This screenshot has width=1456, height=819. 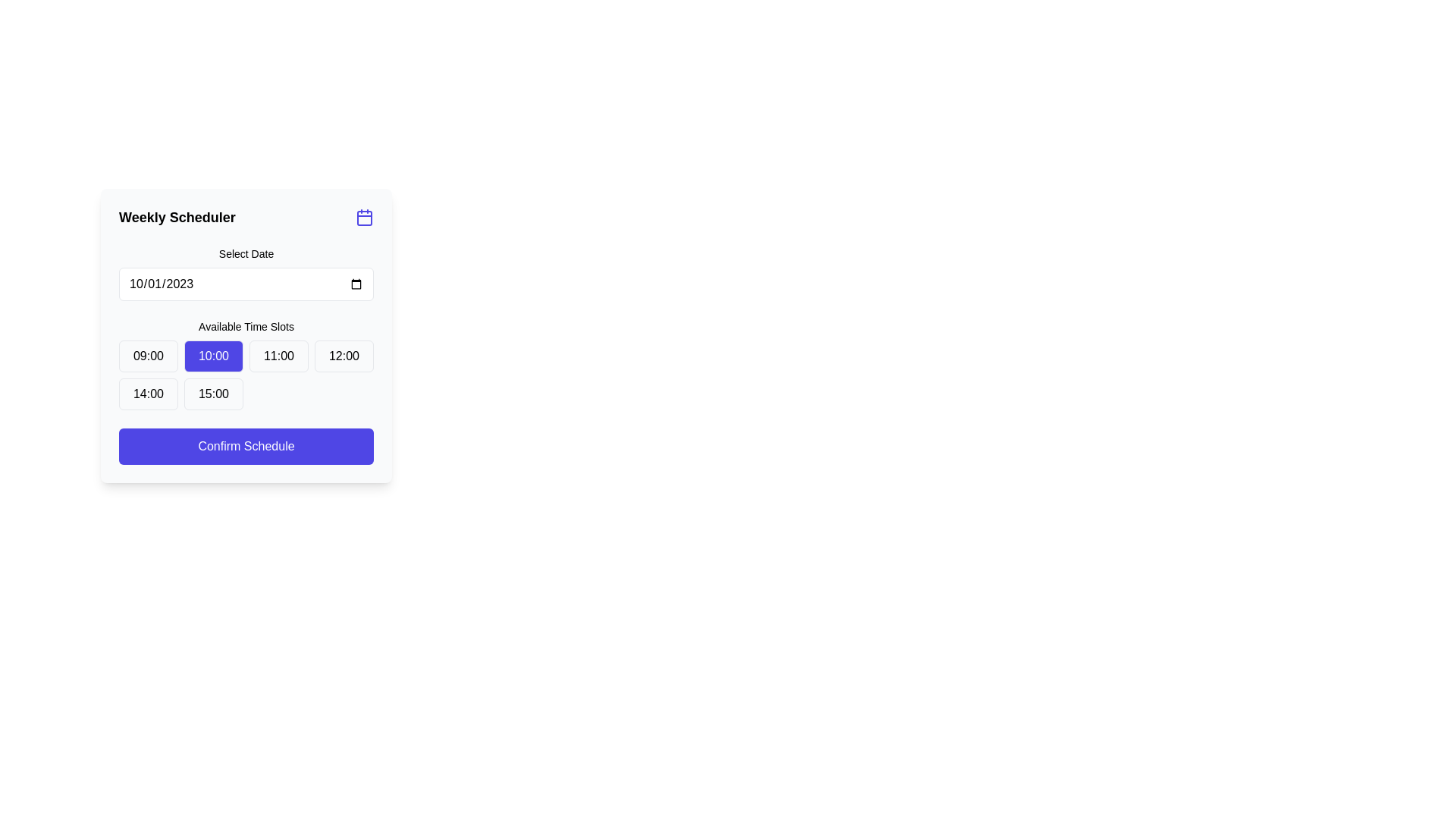 I want to click on the button in the fourth column of the grid layout, so click(x=344, y=356).